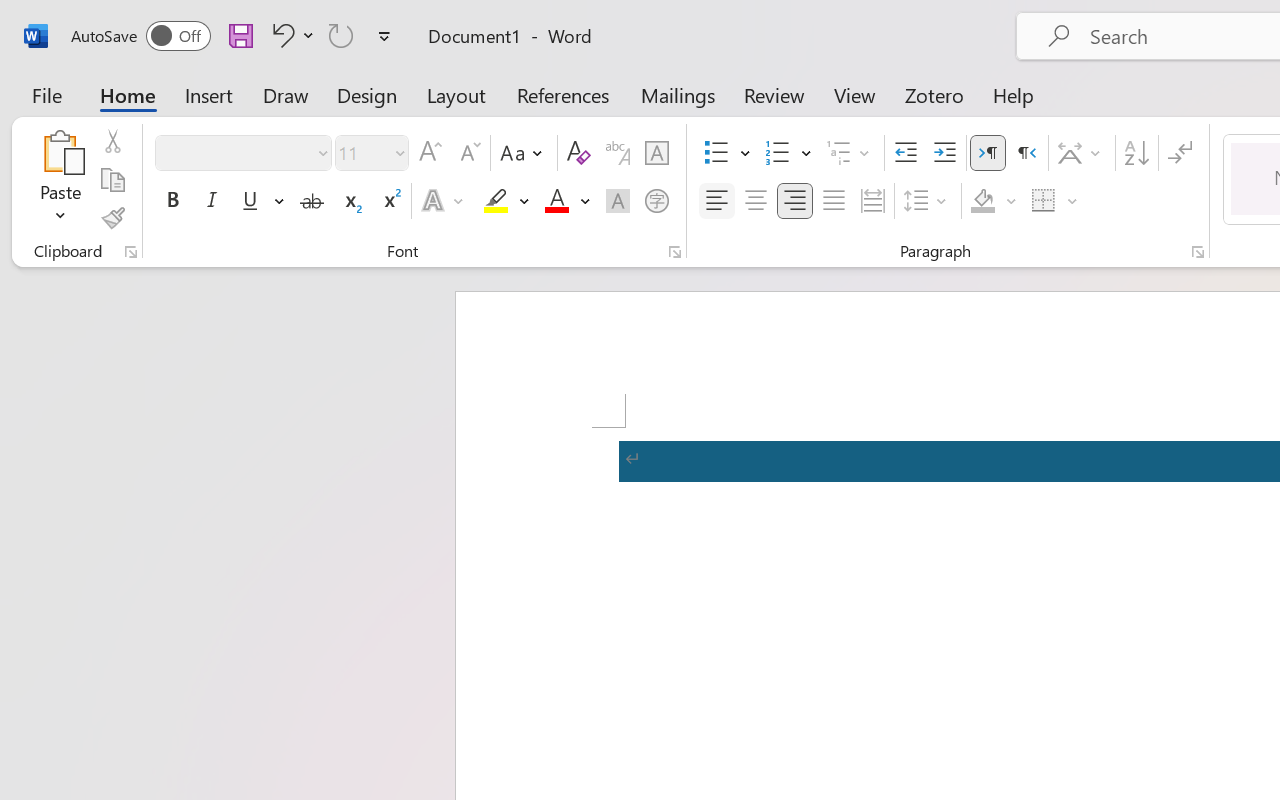 Image resolution: width=1280 pixels, height=800 pixels. Describe the element at coordinates (988, 153) in the screenshot. I see `'Left-to-Right'` at that location.